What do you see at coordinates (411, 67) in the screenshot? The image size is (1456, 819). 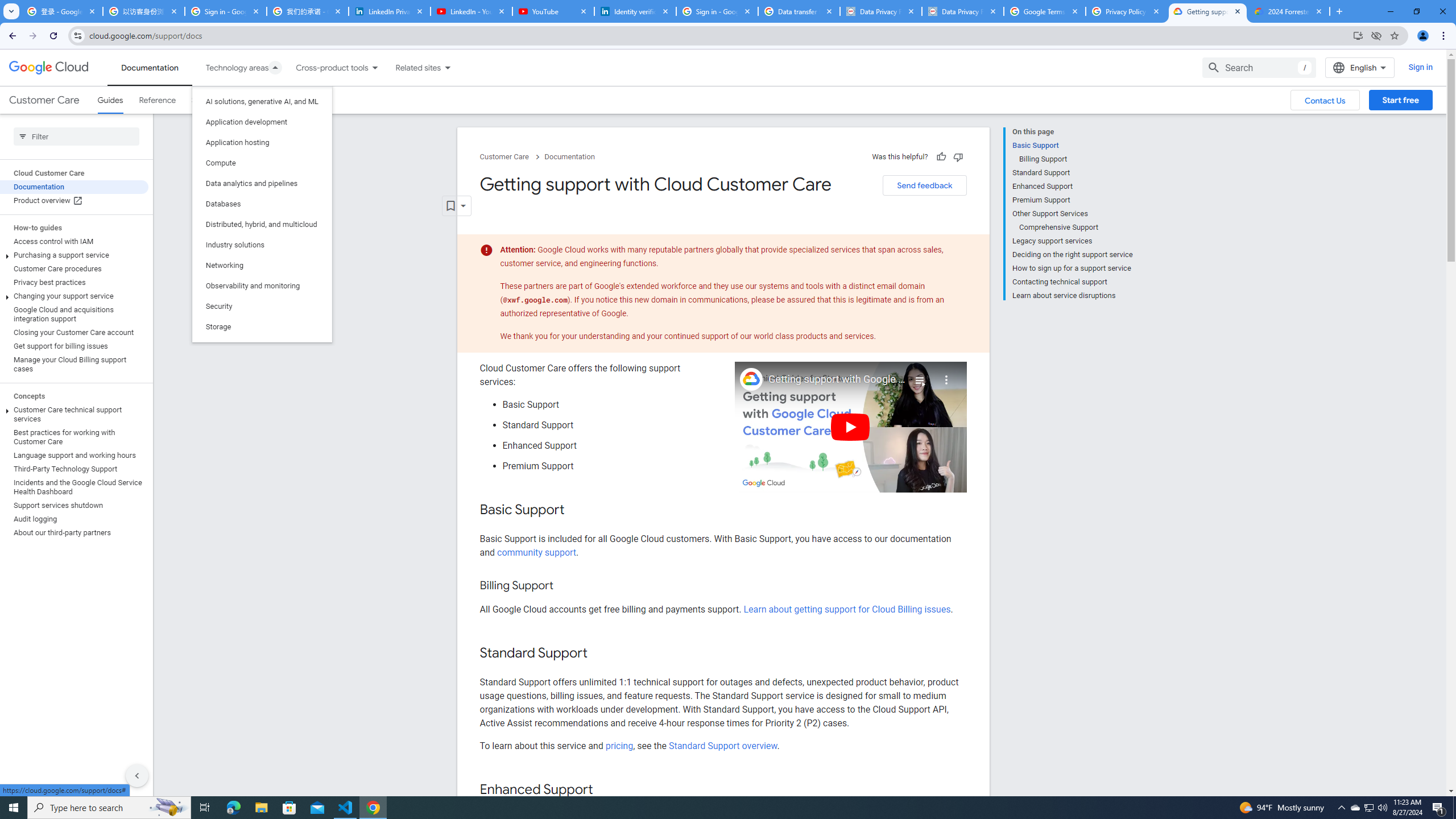 I see `'Related sites'` at bounding box center [411, 67].